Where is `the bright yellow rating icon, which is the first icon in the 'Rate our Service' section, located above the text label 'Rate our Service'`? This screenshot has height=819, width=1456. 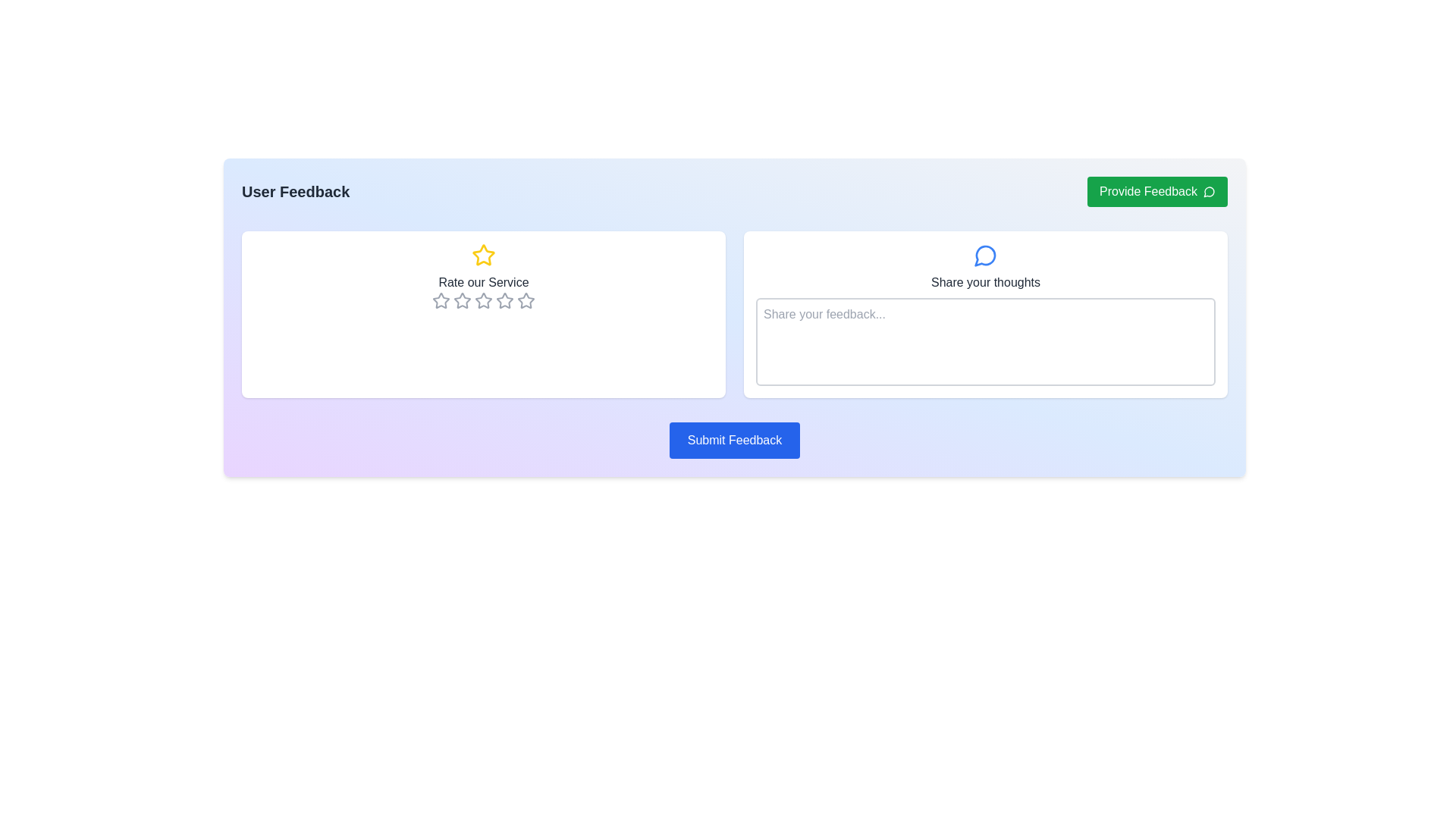
the bright yellow rating icon, which is the first icon in the 'Rate our Service' section, located above the text label 'Rate our Service' is located at coordinates (483, 254).